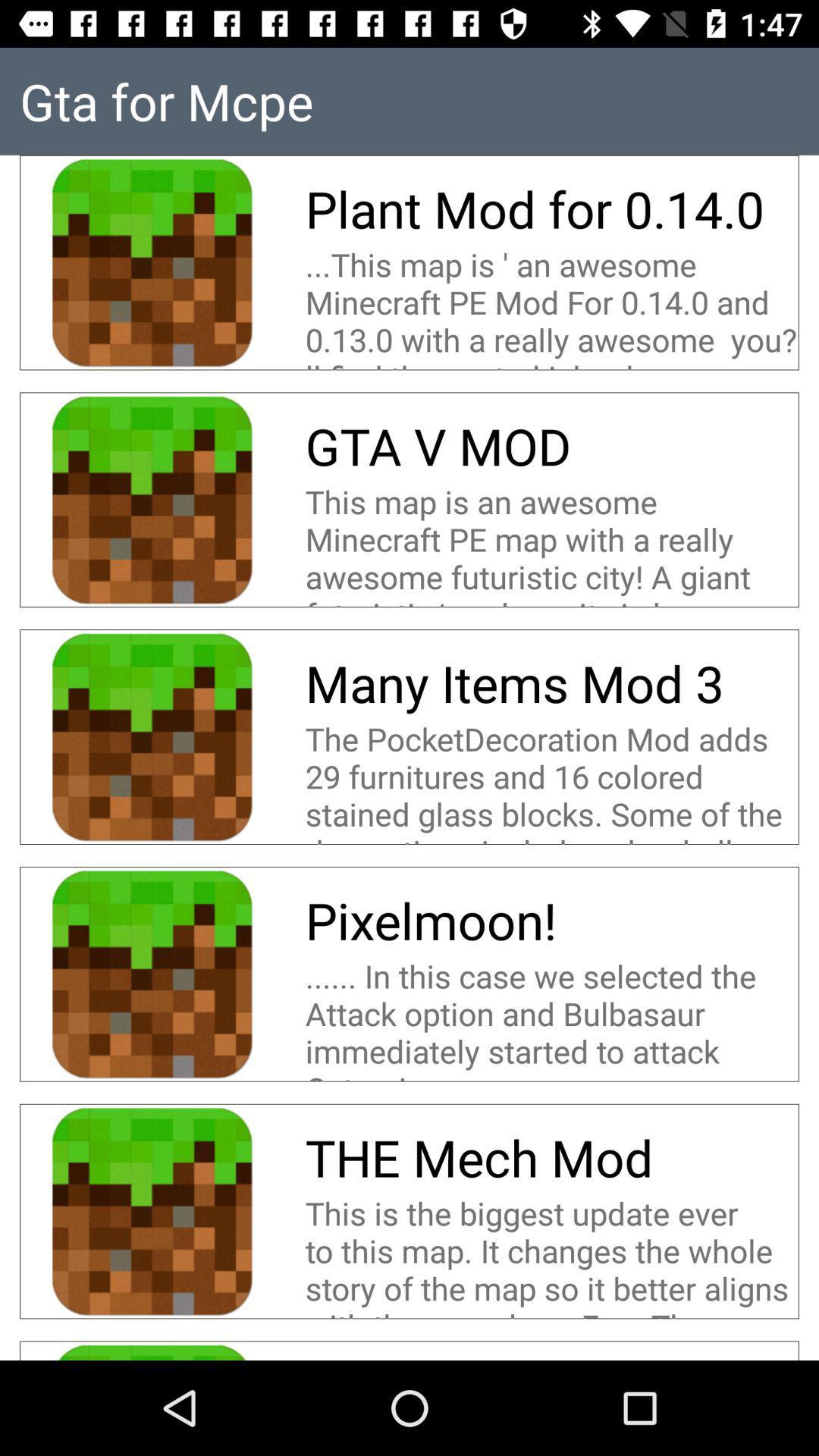  I want to click on the app below the pocketdecoration mod, so click(431, 919).